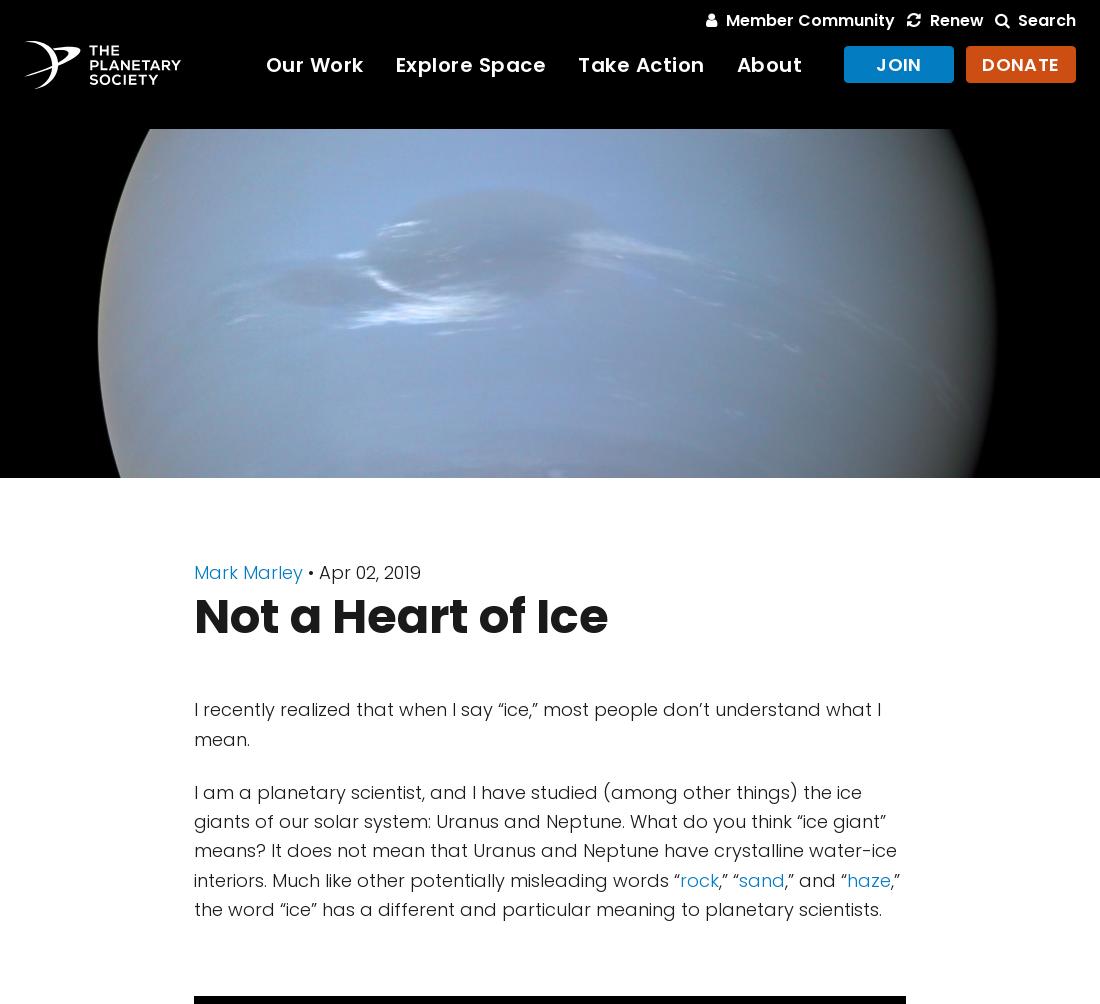 This screenshot has width=1100, height=1004. I want to click on ',” the word “ice” has a different and particular meaning to planetary scientists.', so click(547, 892).